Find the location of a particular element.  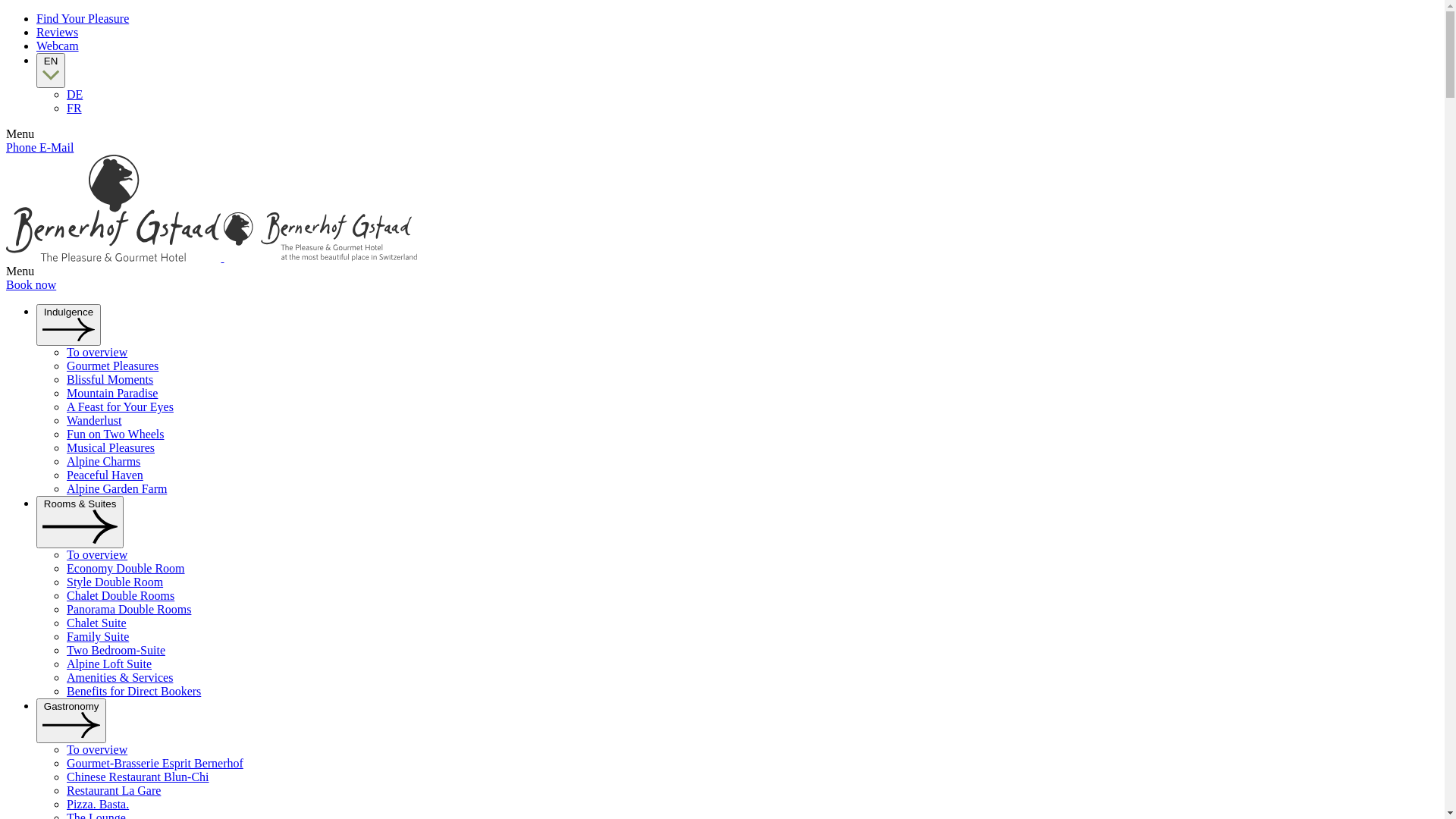

'Style Double Room' is located at coordinates (65, 581).